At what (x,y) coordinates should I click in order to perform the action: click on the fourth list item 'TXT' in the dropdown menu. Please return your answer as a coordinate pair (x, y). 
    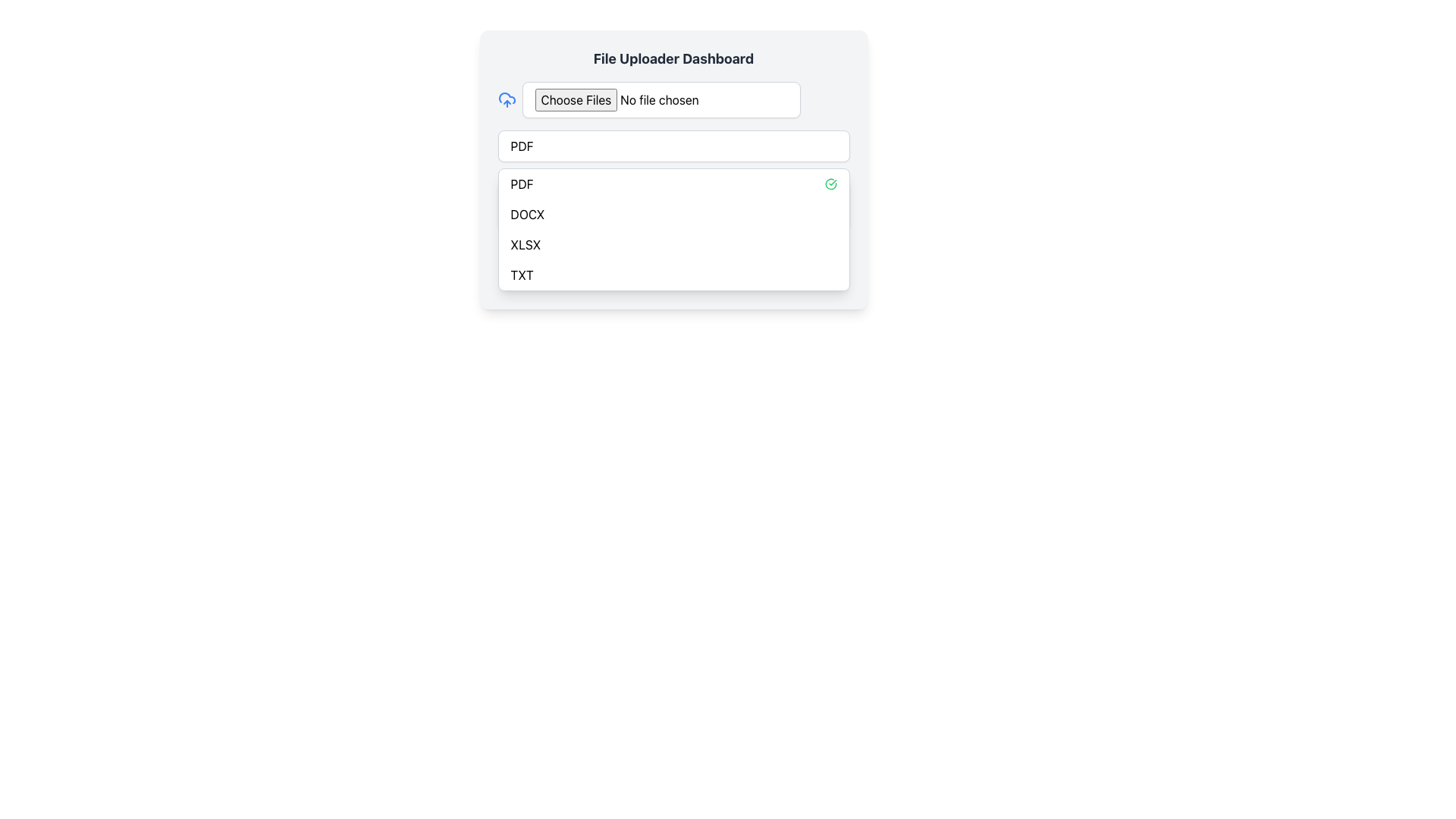
    Looking at the image, I should click on (673, 275).